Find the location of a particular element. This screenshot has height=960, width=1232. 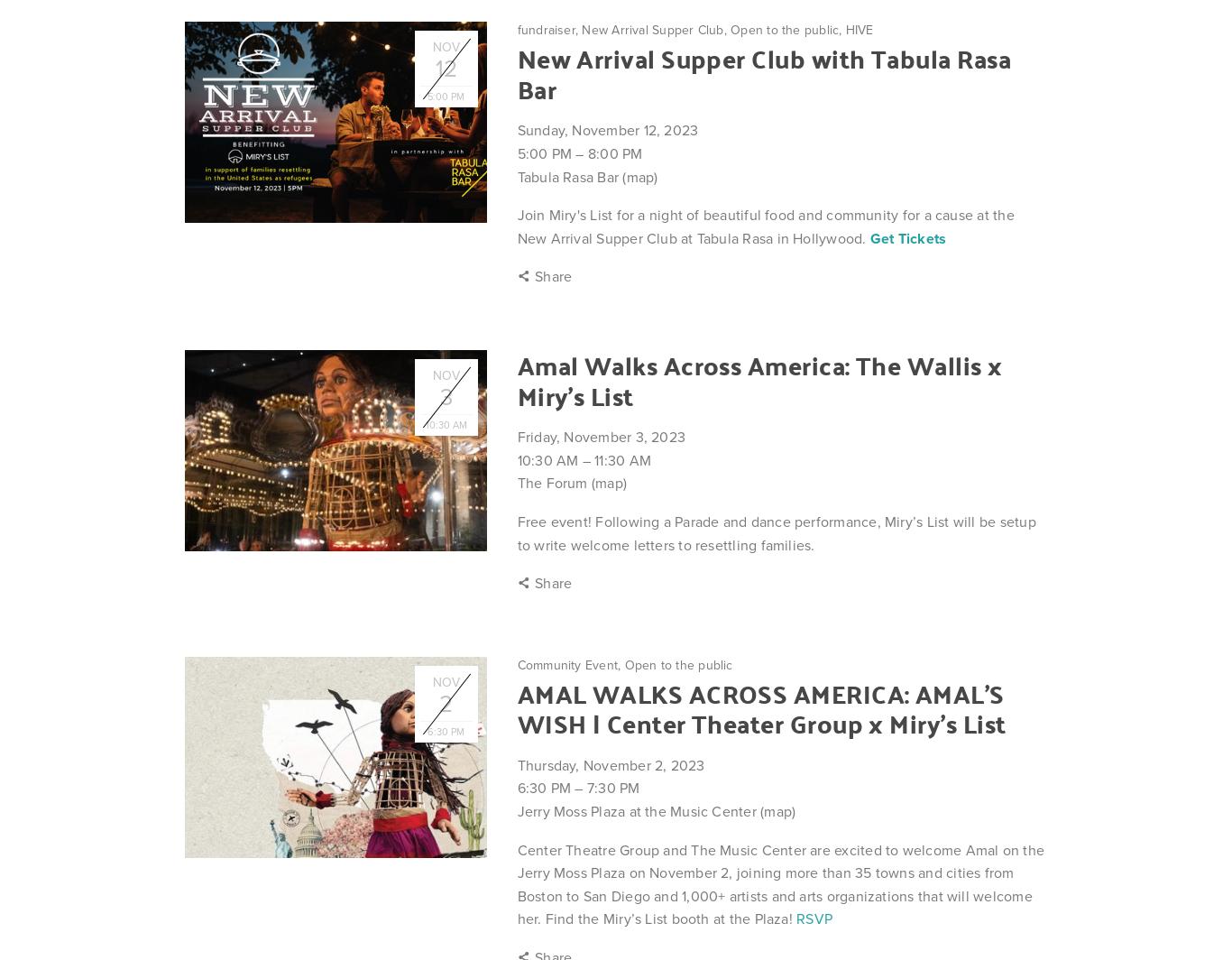

'New Arrival Supper Club with Tabula Rasa Bar' is located at coordinates (763, 72).